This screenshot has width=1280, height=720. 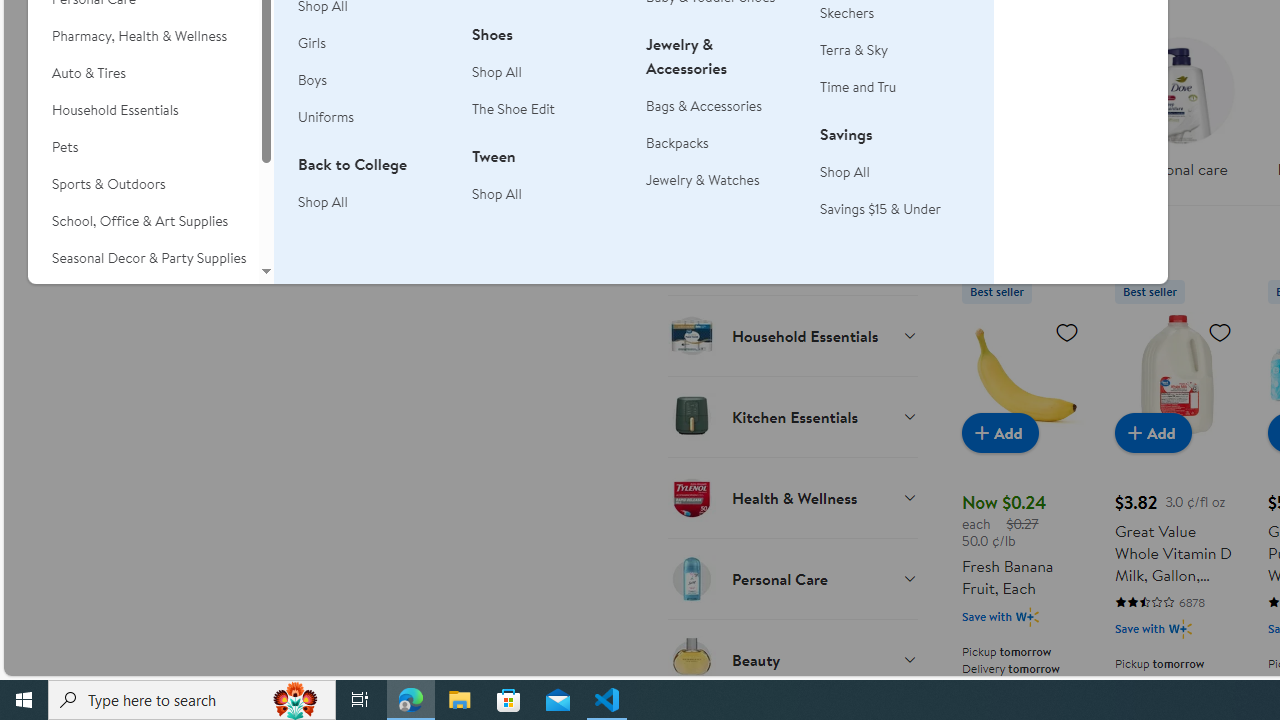 What do you see at coordinates (894, 49) in the screenshot?
I see `'Terra & Sky'` at bounding box center [894, 49].